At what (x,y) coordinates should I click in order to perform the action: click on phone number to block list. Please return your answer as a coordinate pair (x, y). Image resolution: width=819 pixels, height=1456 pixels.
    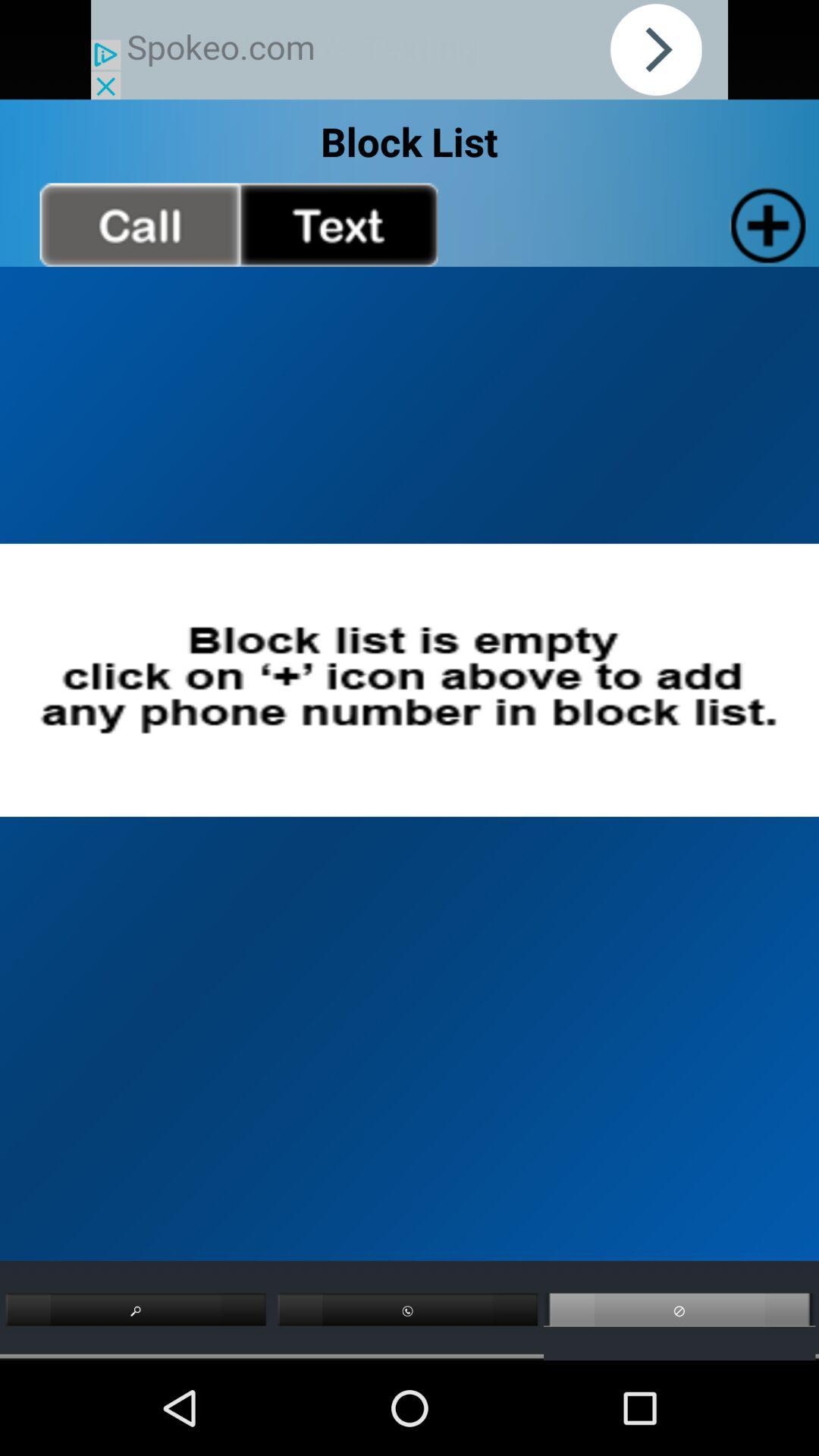
    Looking at the image, I should click on (765, 224).